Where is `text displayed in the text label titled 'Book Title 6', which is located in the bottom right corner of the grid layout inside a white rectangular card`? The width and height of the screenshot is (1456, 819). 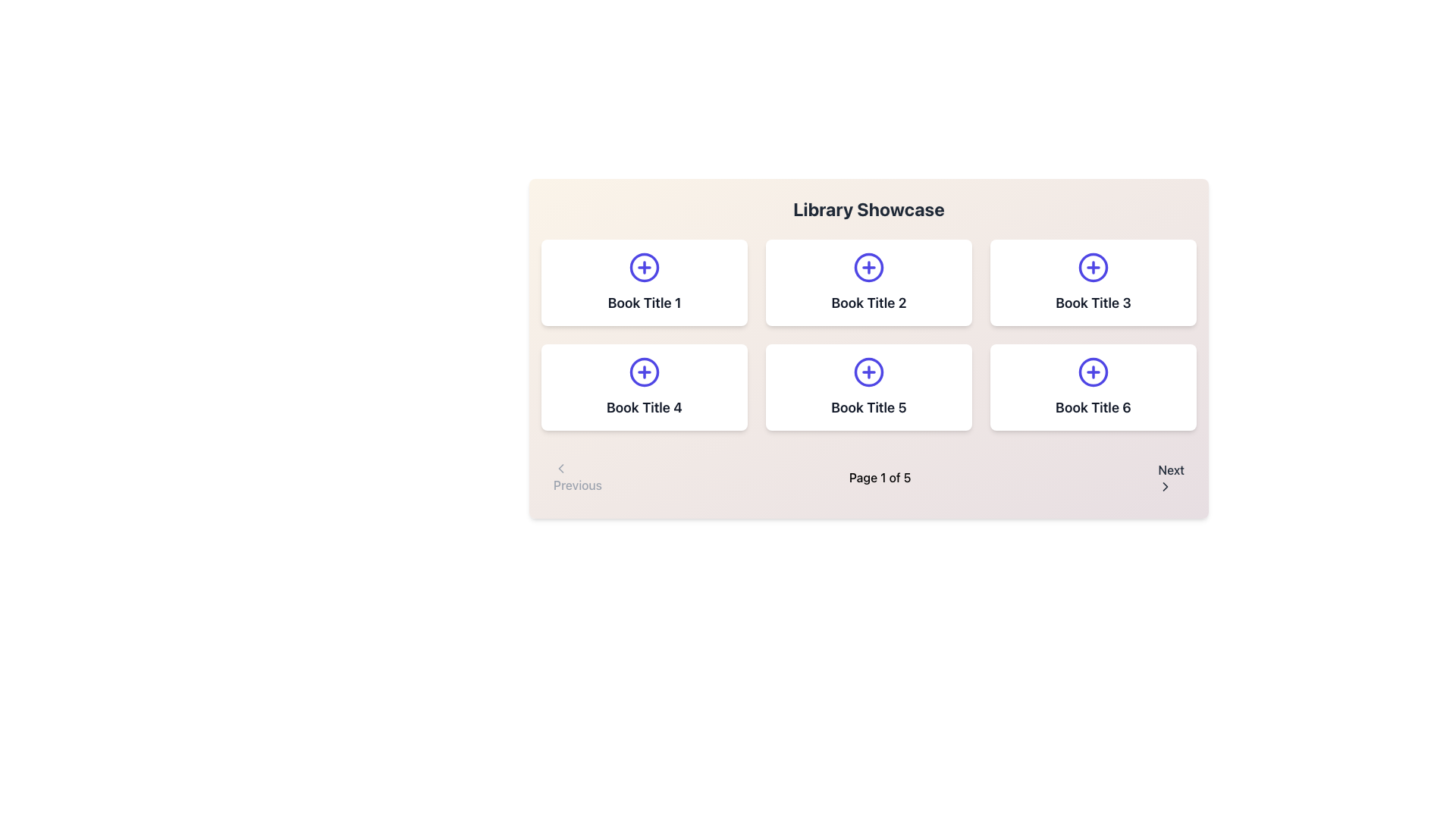 text displayed in the text label titled 'Book Title 6', which is located in the bottom right corner of the grid layout inside a white rectangular card is located at coordinates (1093, 406).